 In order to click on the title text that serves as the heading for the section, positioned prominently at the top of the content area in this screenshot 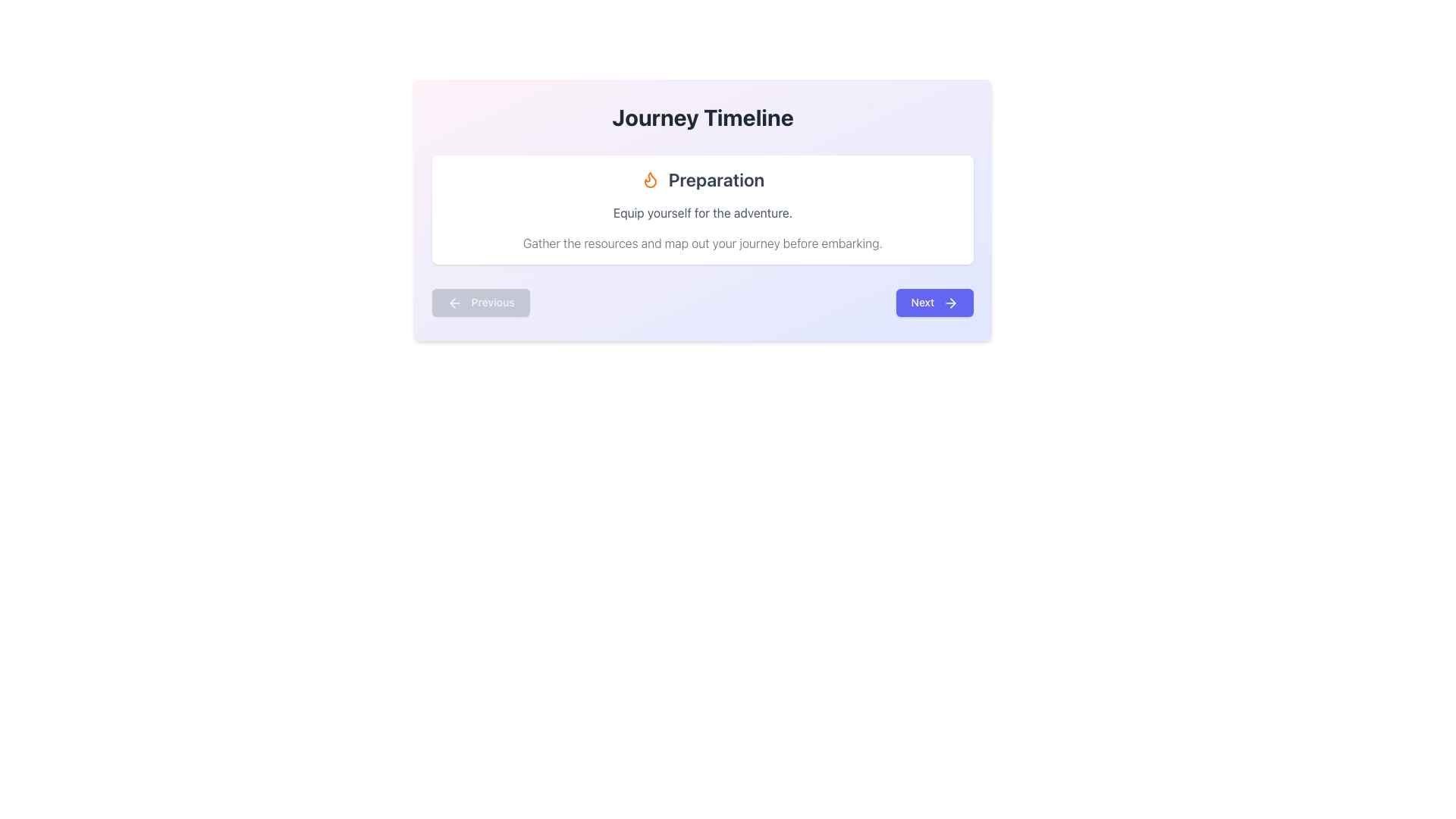, I will do `click(701, 116)`.